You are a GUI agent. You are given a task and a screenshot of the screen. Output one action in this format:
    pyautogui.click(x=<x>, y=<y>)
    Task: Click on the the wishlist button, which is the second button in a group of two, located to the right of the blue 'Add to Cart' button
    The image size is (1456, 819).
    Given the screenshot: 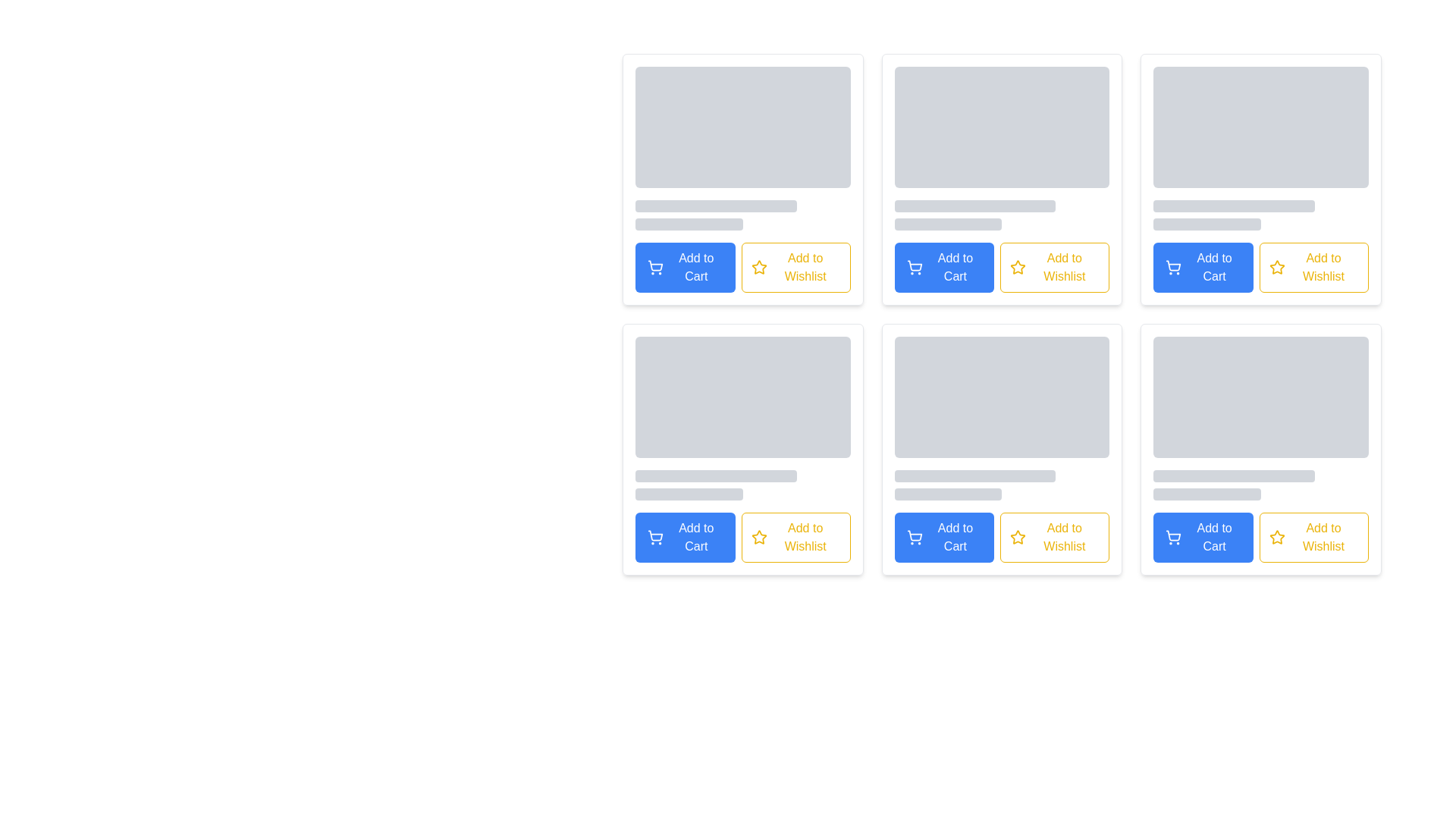 What is the action you would take?
    pyautogui.click(x=1313, y=267)
    